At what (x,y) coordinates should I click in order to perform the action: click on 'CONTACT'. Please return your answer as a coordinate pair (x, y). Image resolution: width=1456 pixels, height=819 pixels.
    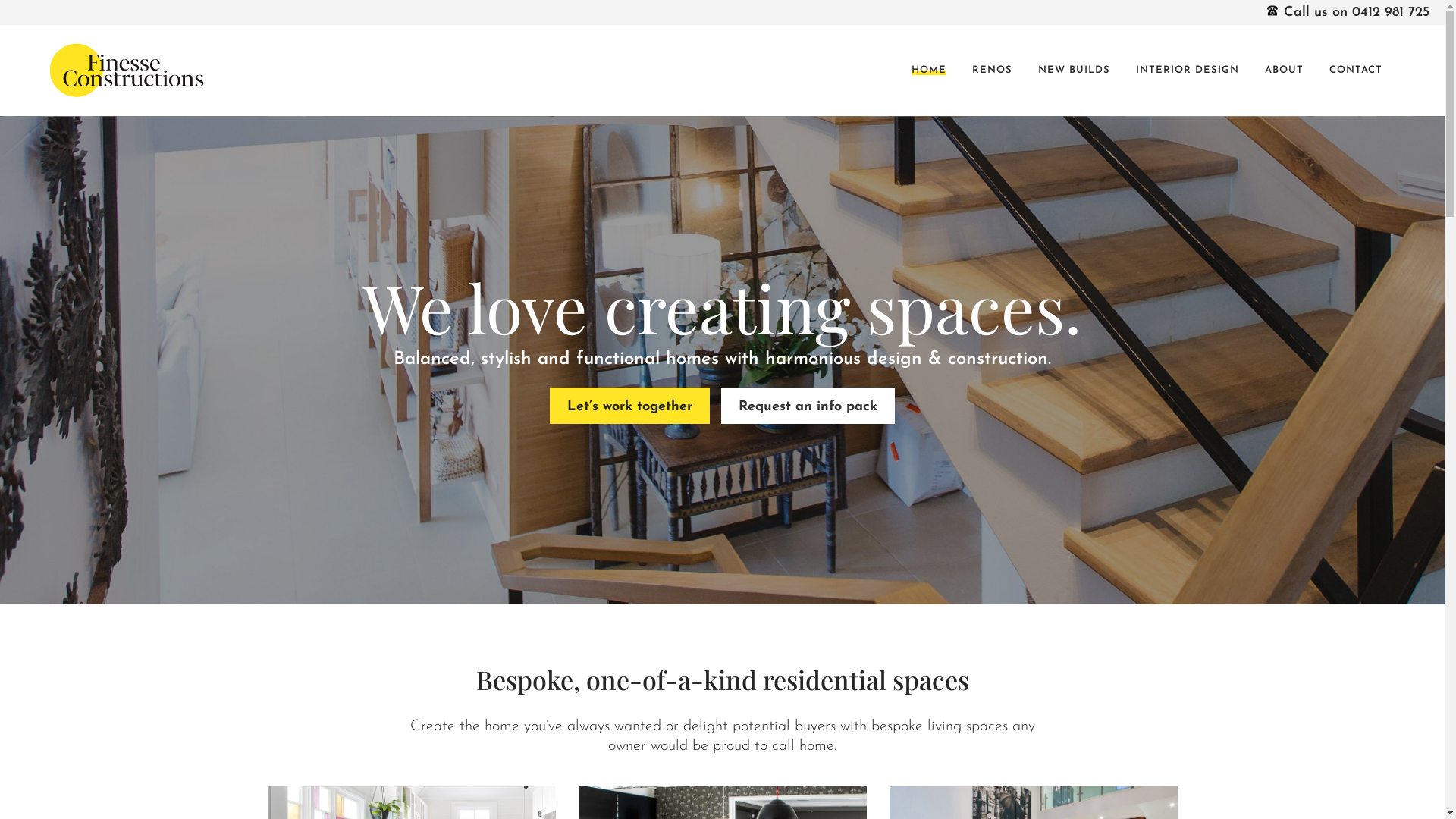
    Looking at the image, I should click on (1356, 70).